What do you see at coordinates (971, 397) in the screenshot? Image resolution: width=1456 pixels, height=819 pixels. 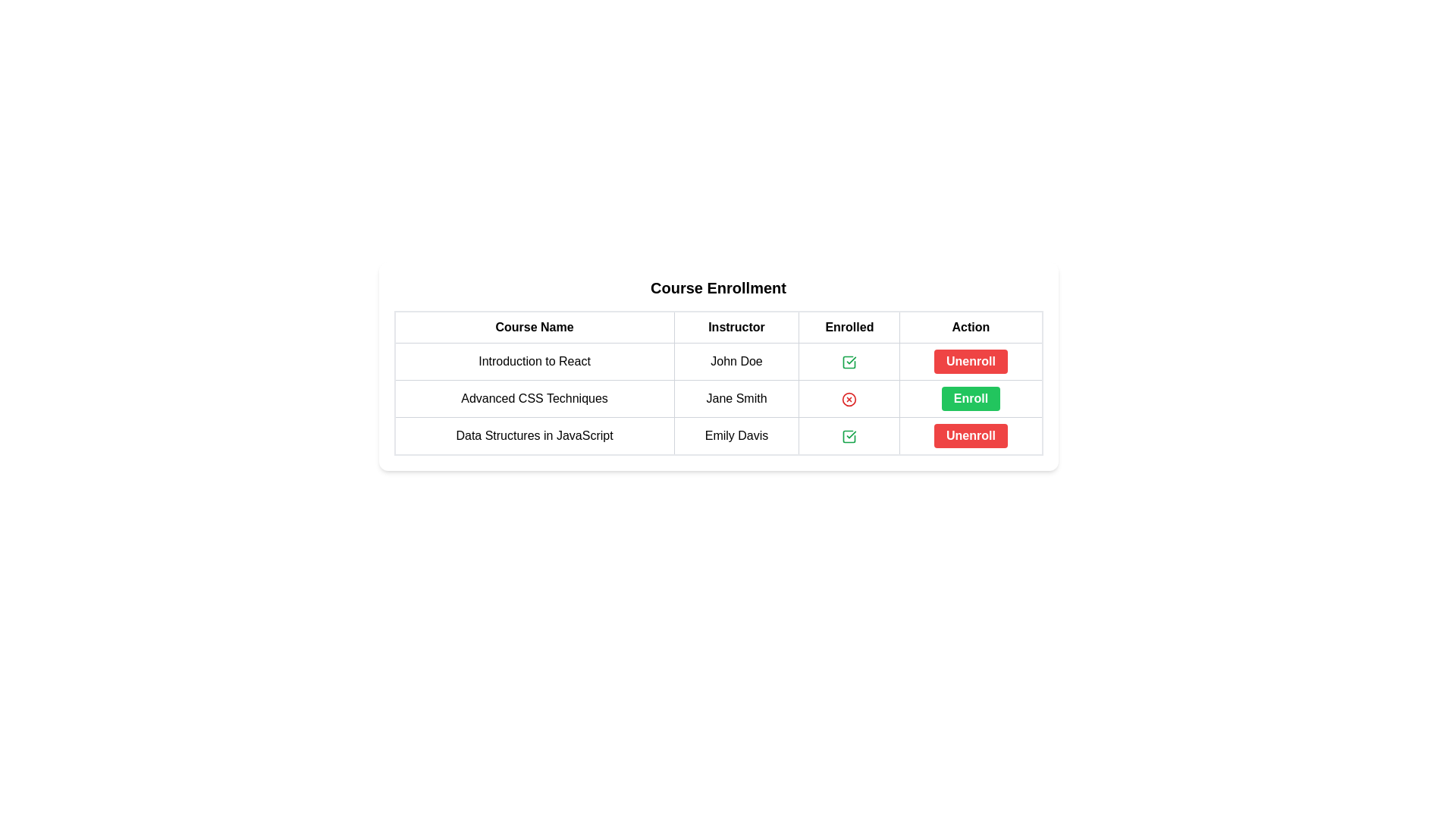 I see `the 'Enroll' button with a green background in the fifth column of the second row of the table for the course 'Advanced CSS Techniques' taught by 'Jane Smith' to enroll in the course` at bounding box center [971, 397].